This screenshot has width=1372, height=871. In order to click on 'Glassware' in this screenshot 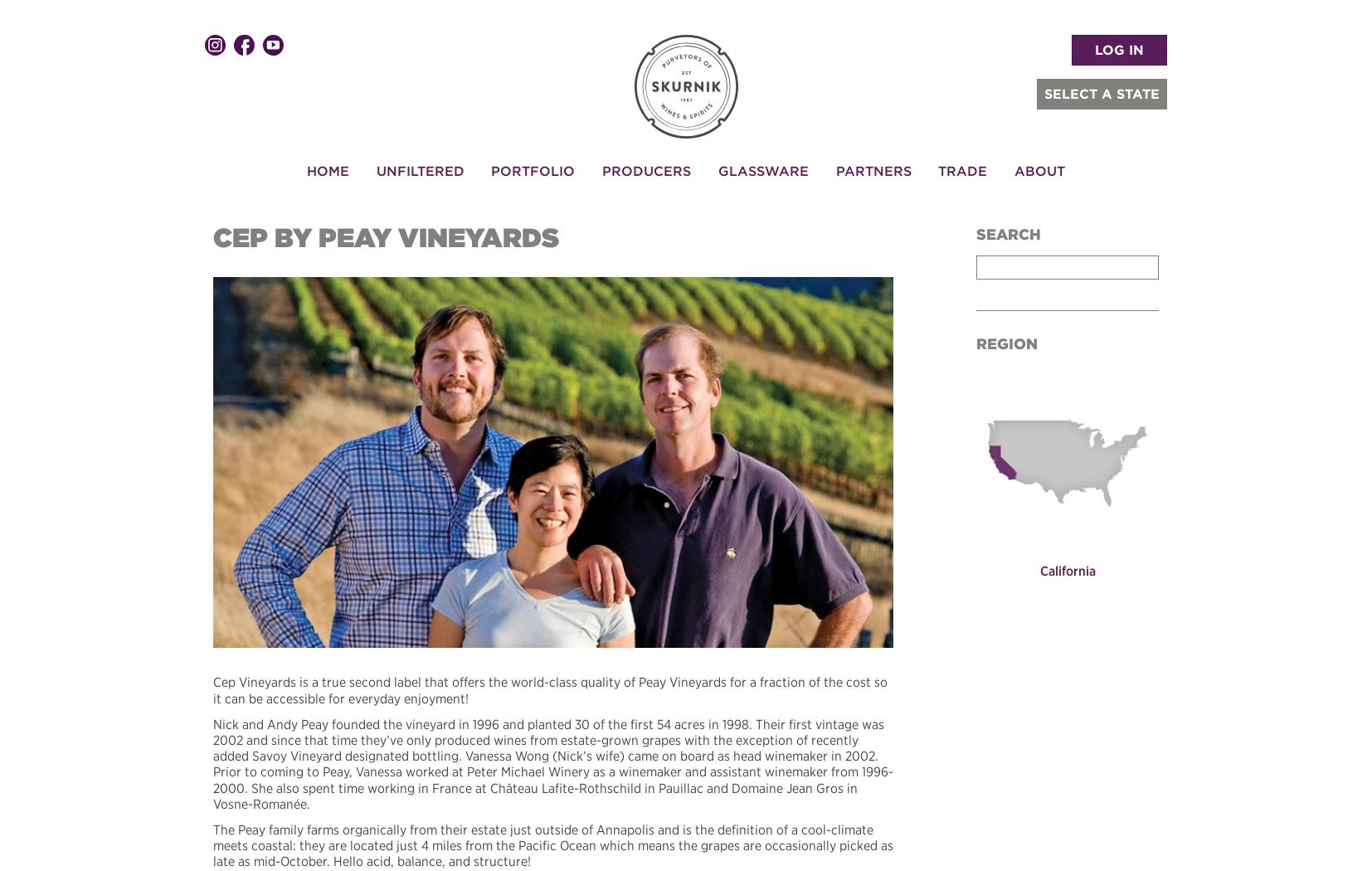, I will do `click(761, 168)`.